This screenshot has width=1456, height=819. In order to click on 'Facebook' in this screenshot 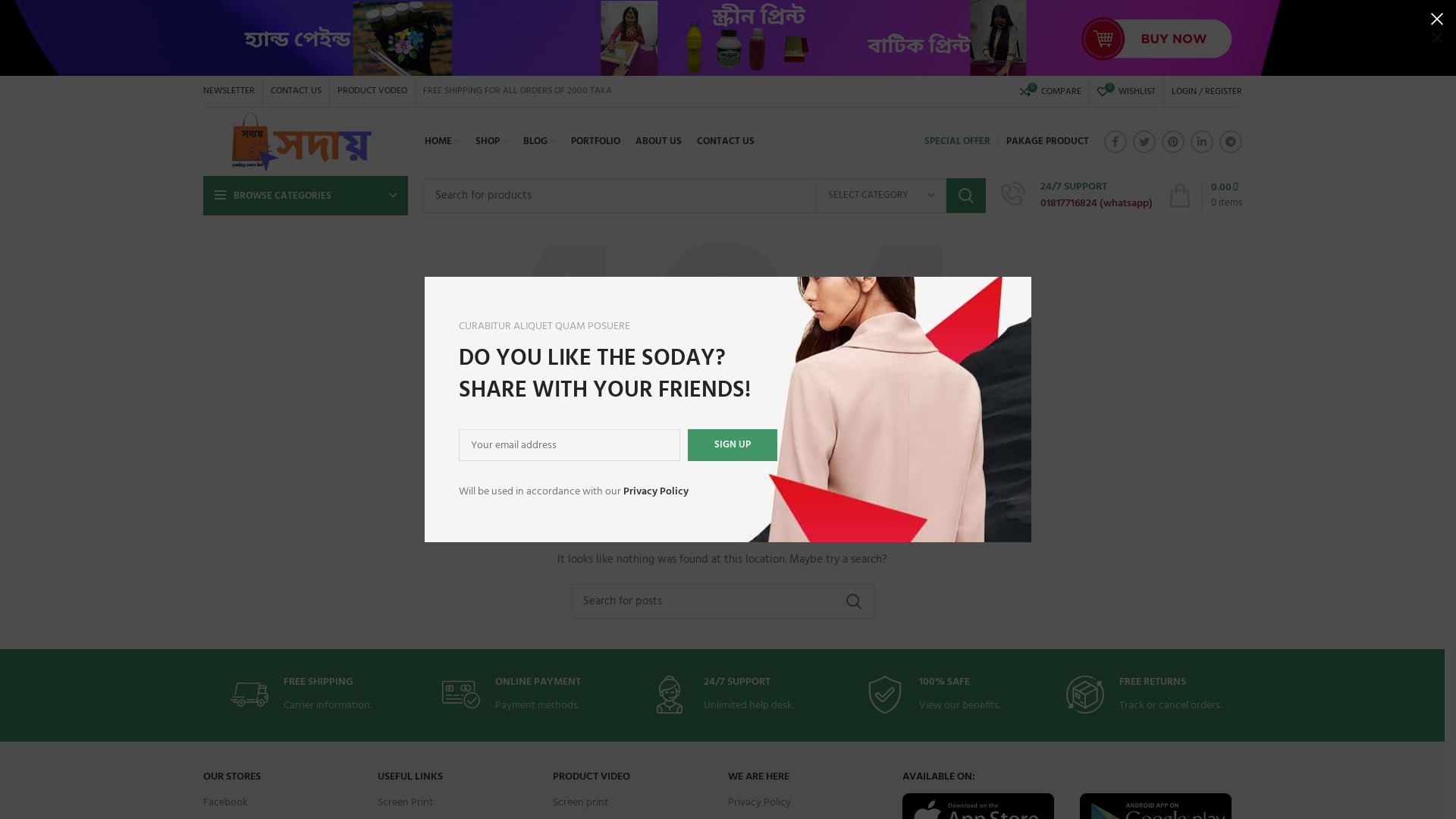, I will do `click(202, 802)`.